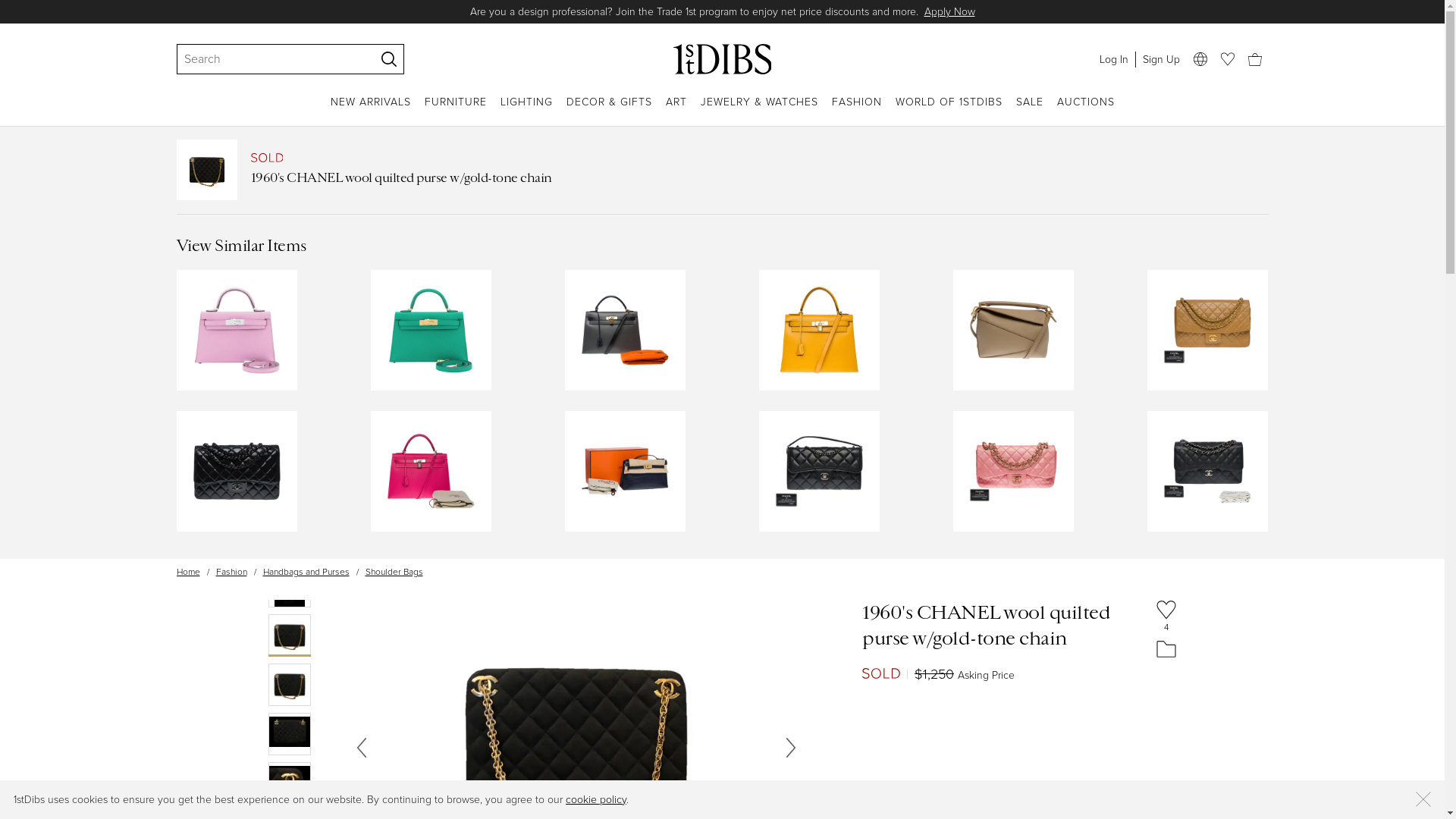 The image size is (1456, 819). I want to click on 'Details', so click(870, 11).